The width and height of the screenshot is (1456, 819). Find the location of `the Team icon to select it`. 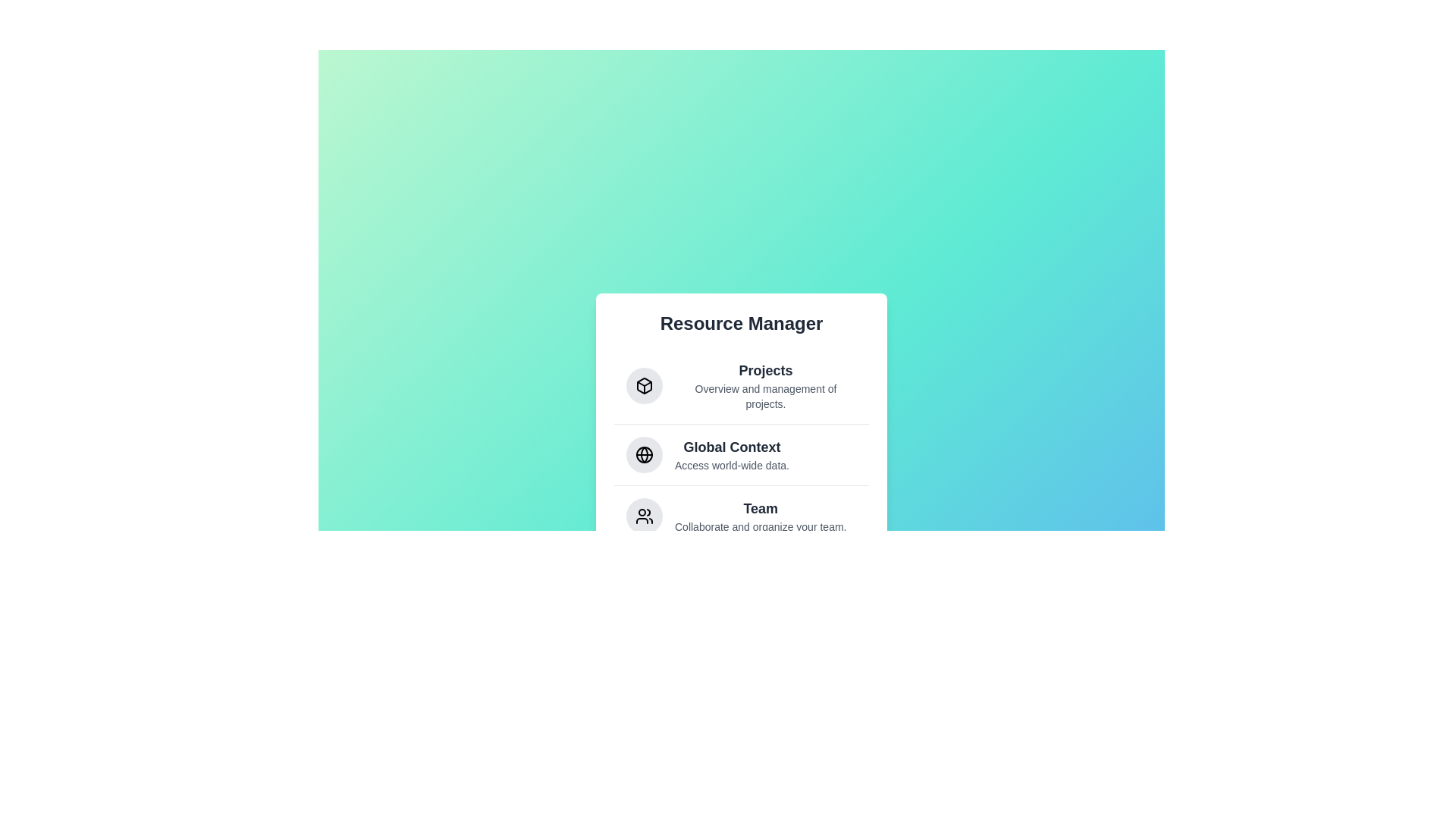

the Team icon to select it is located at coordinates (644, 515).